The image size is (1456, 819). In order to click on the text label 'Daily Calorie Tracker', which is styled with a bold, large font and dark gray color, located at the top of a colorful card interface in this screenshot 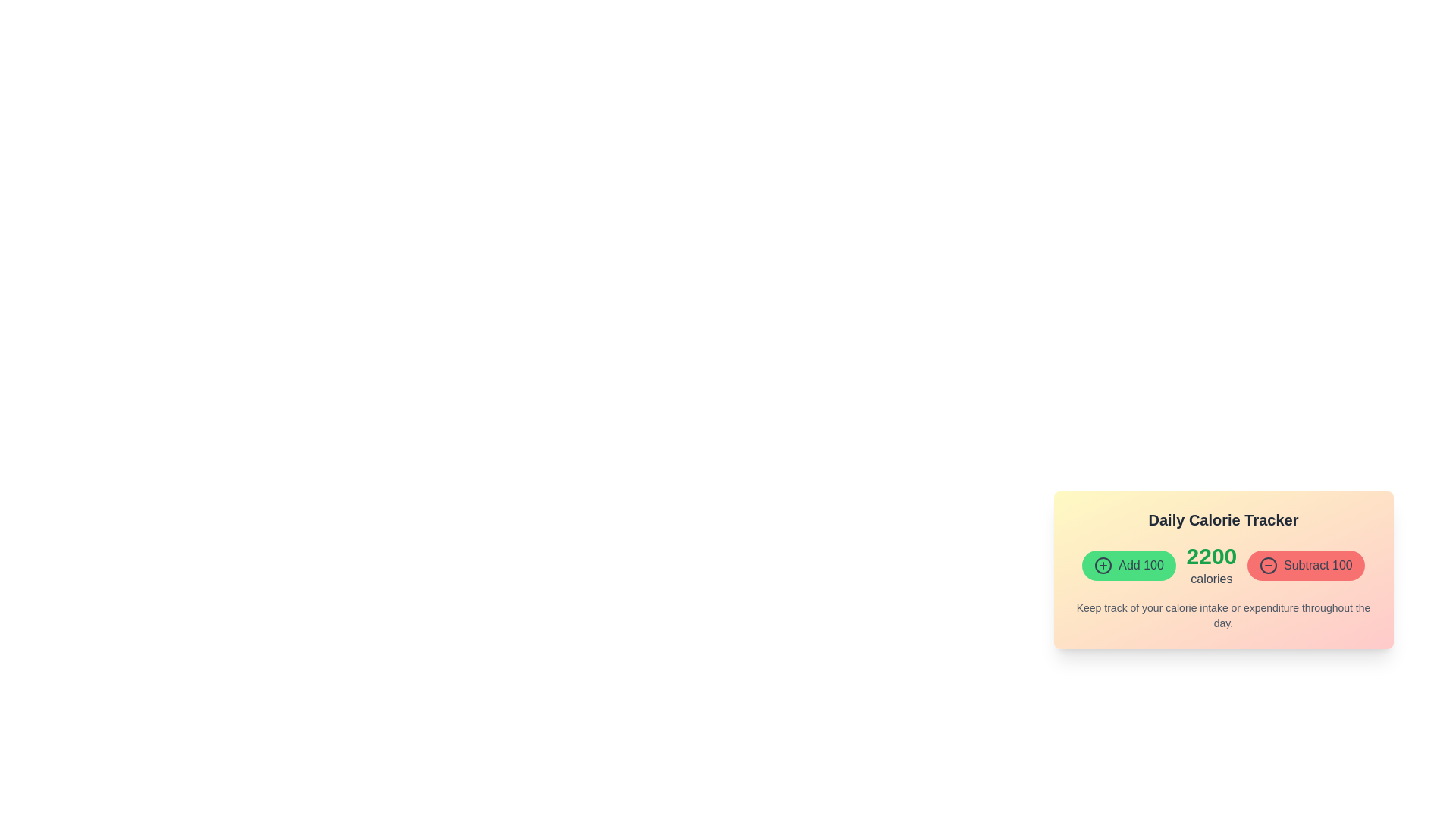, I will do `click(1223, 519)`.